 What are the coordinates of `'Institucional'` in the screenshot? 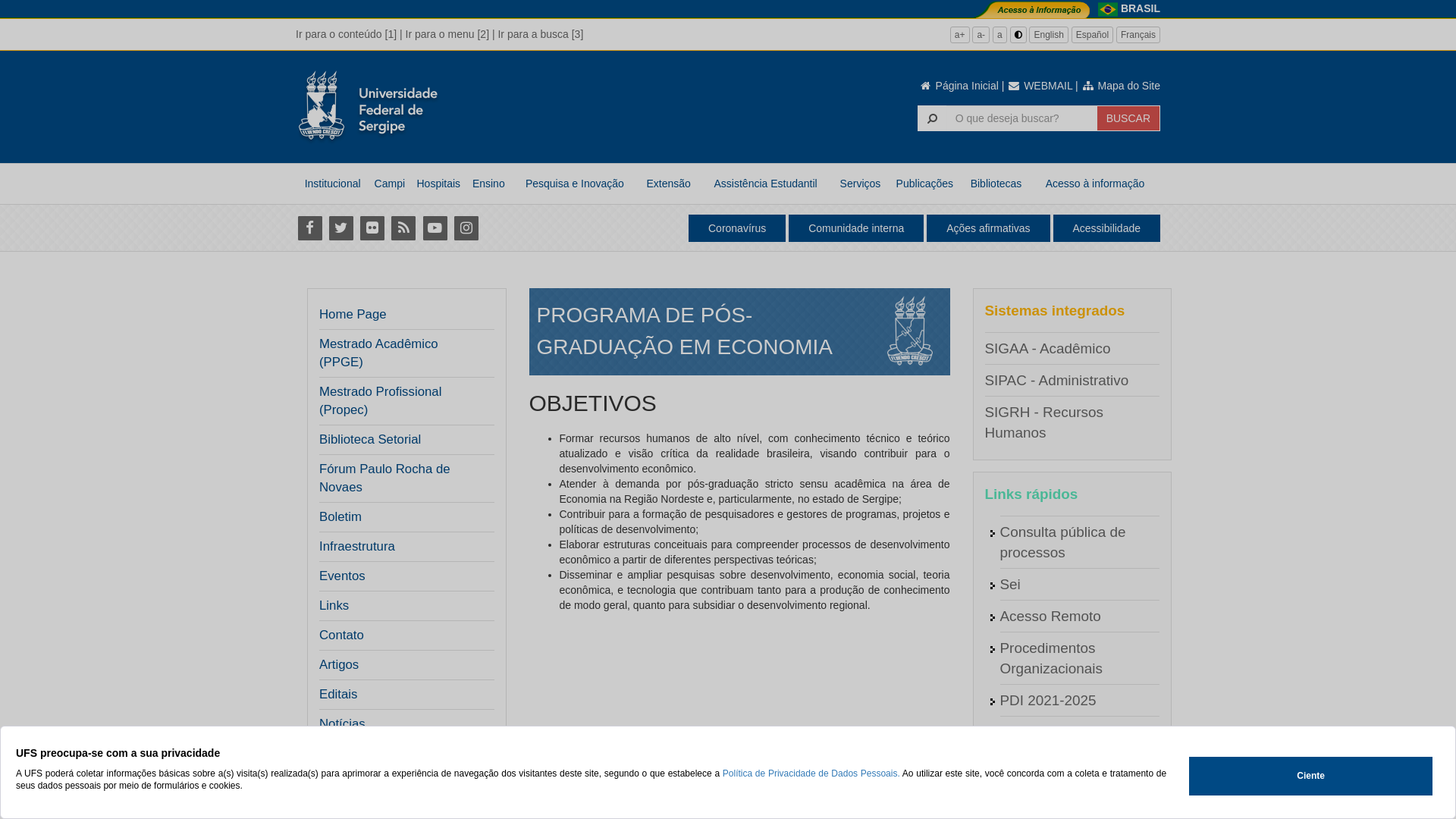 It's located at (331, 183).